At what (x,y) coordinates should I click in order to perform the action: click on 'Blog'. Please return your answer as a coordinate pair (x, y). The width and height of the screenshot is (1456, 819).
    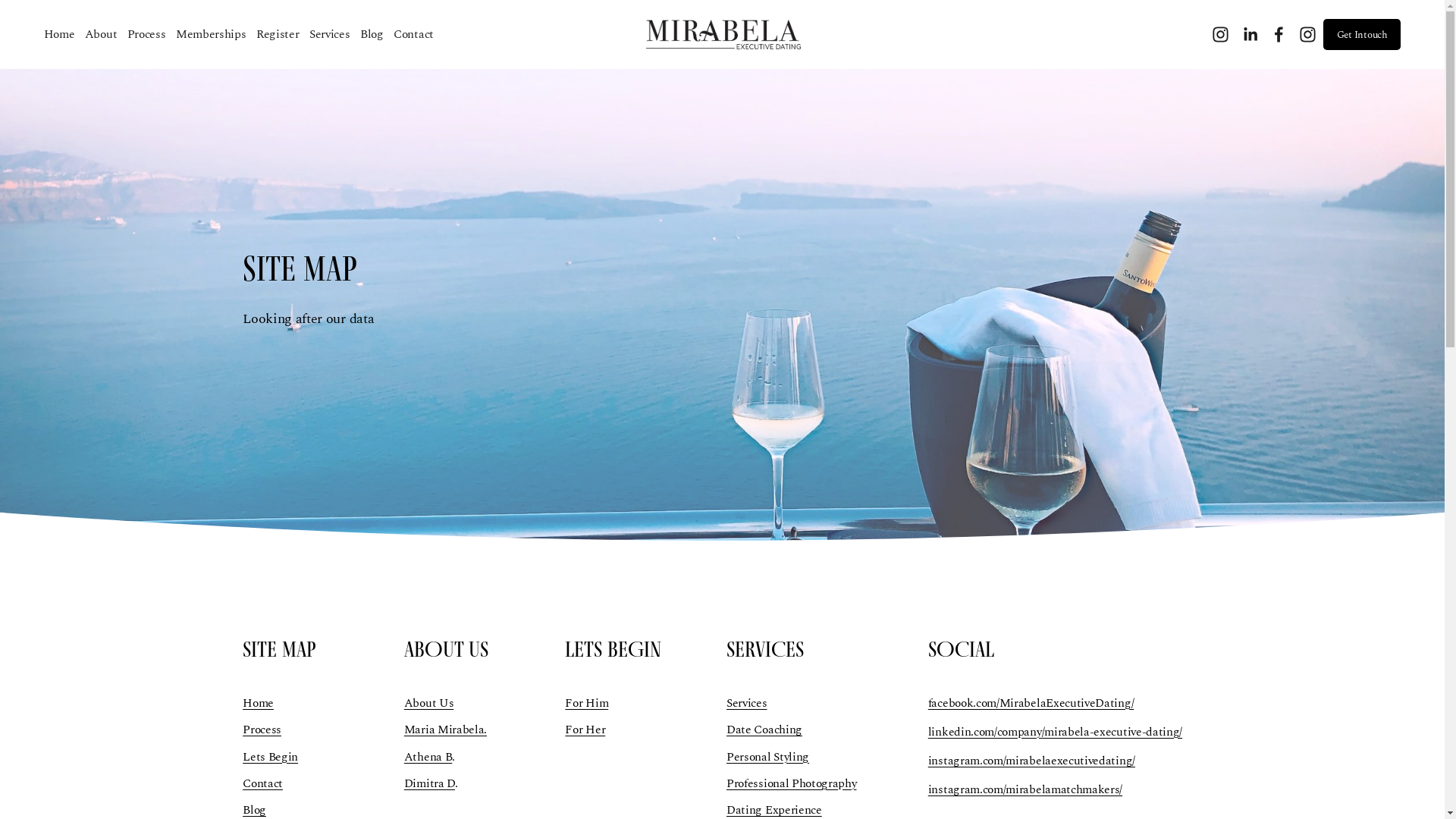
    Looking at the image, I should click on (372, 34).